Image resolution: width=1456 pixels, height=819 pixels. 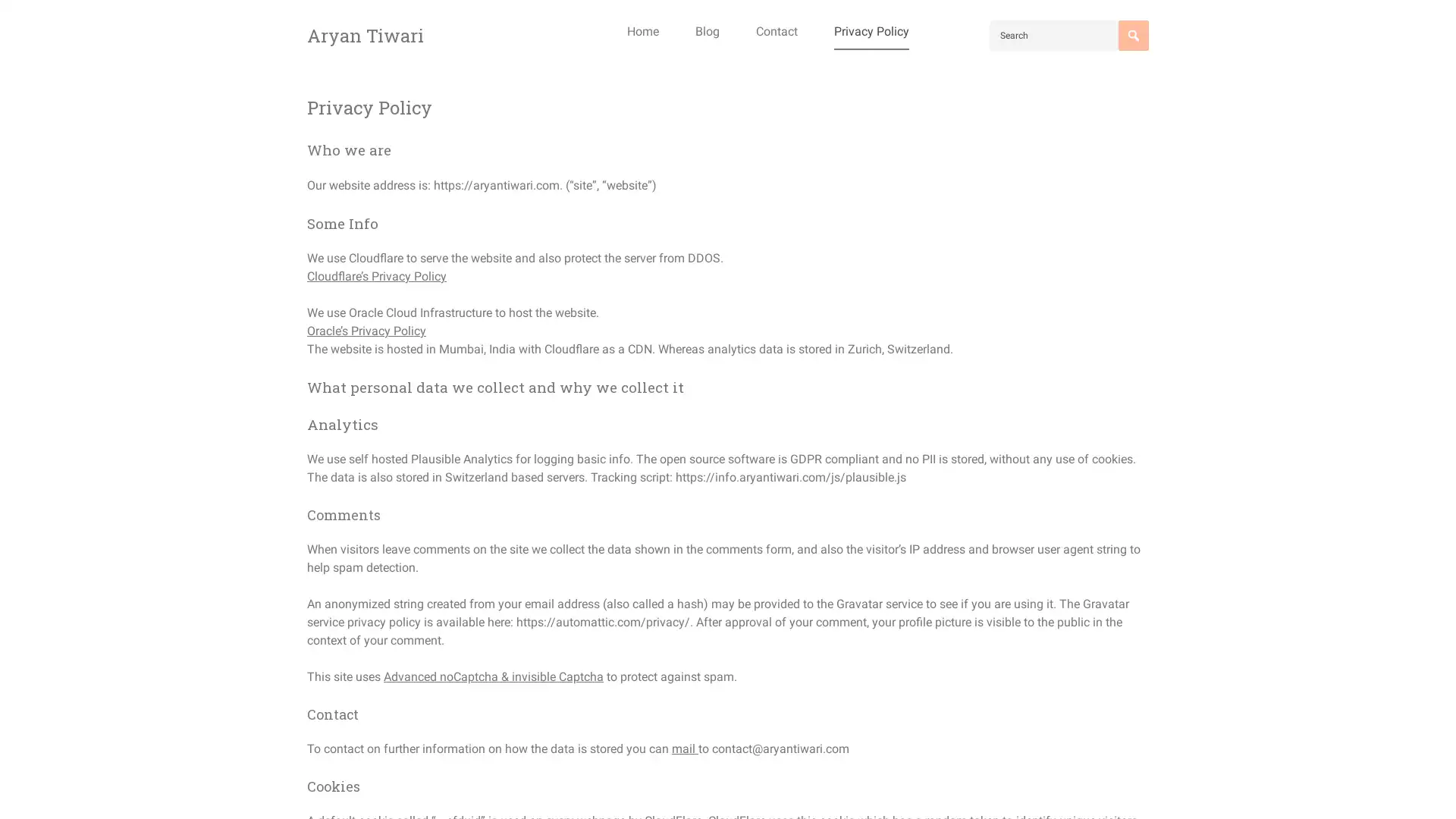 What do you see at coordinates (1133, 34) in the screenshot?
I see `Search` at bounding box center [1133, 34].